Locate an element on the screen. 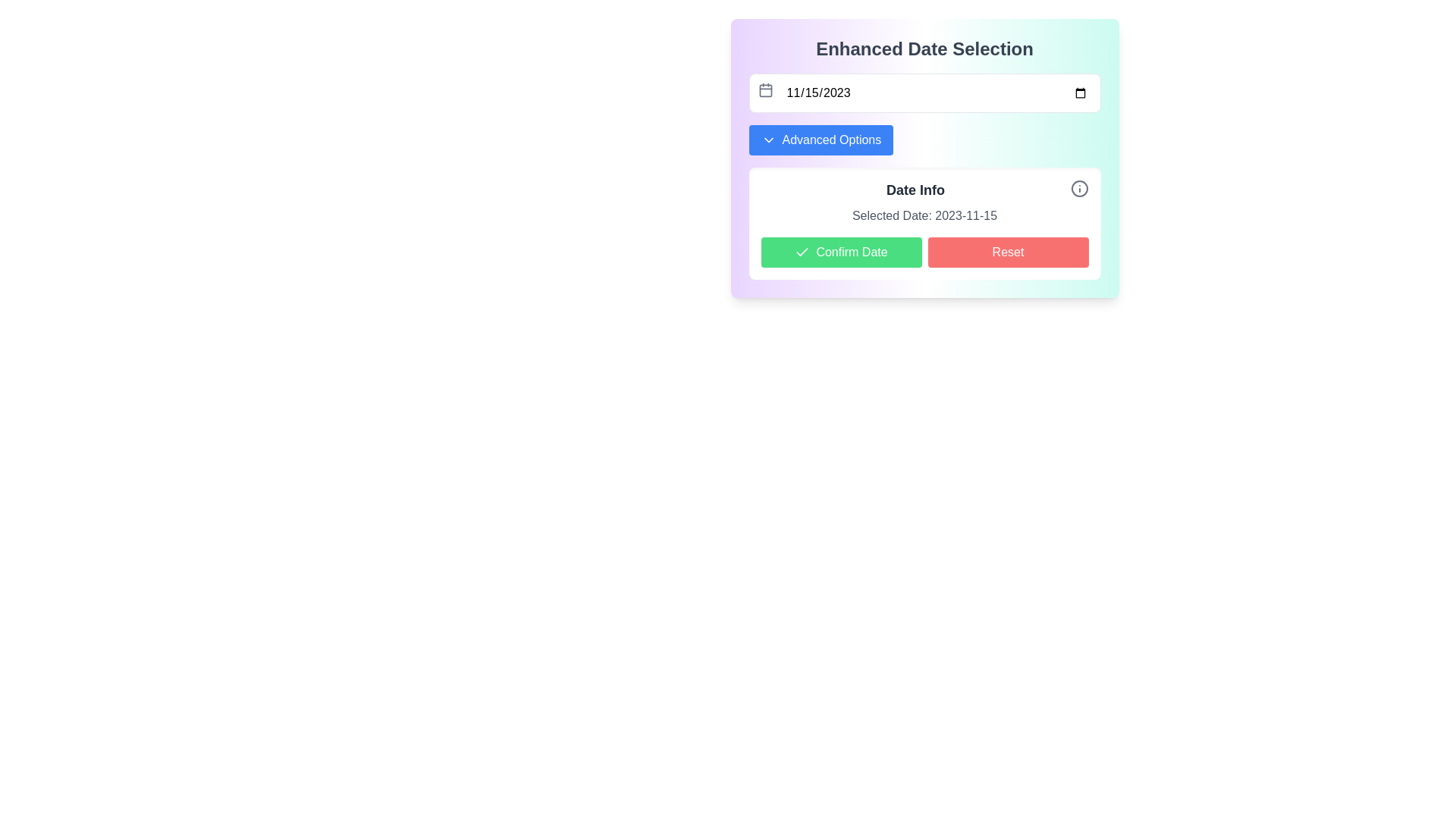 Image resolution: width=1456 pixels, height=819 pixels. the checkmark icon located within the 'Confirm Date' button, positioned to the left side of the centered text is located at coordinates (802, 251).